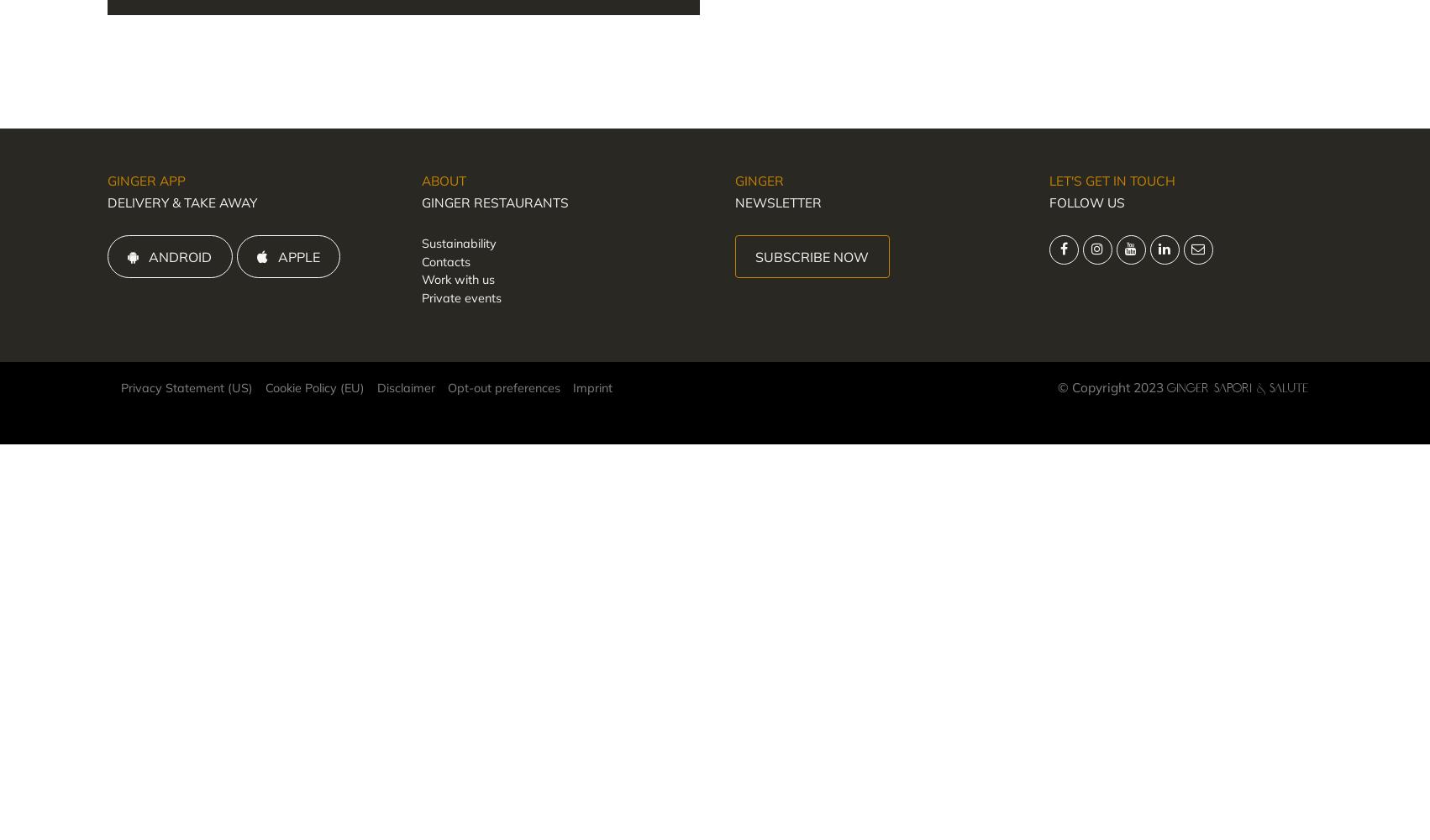  What do you see at coordinates (405, 386) in the screenshot?
I see `'Disclaimer'` at bounding box center [405, 386].